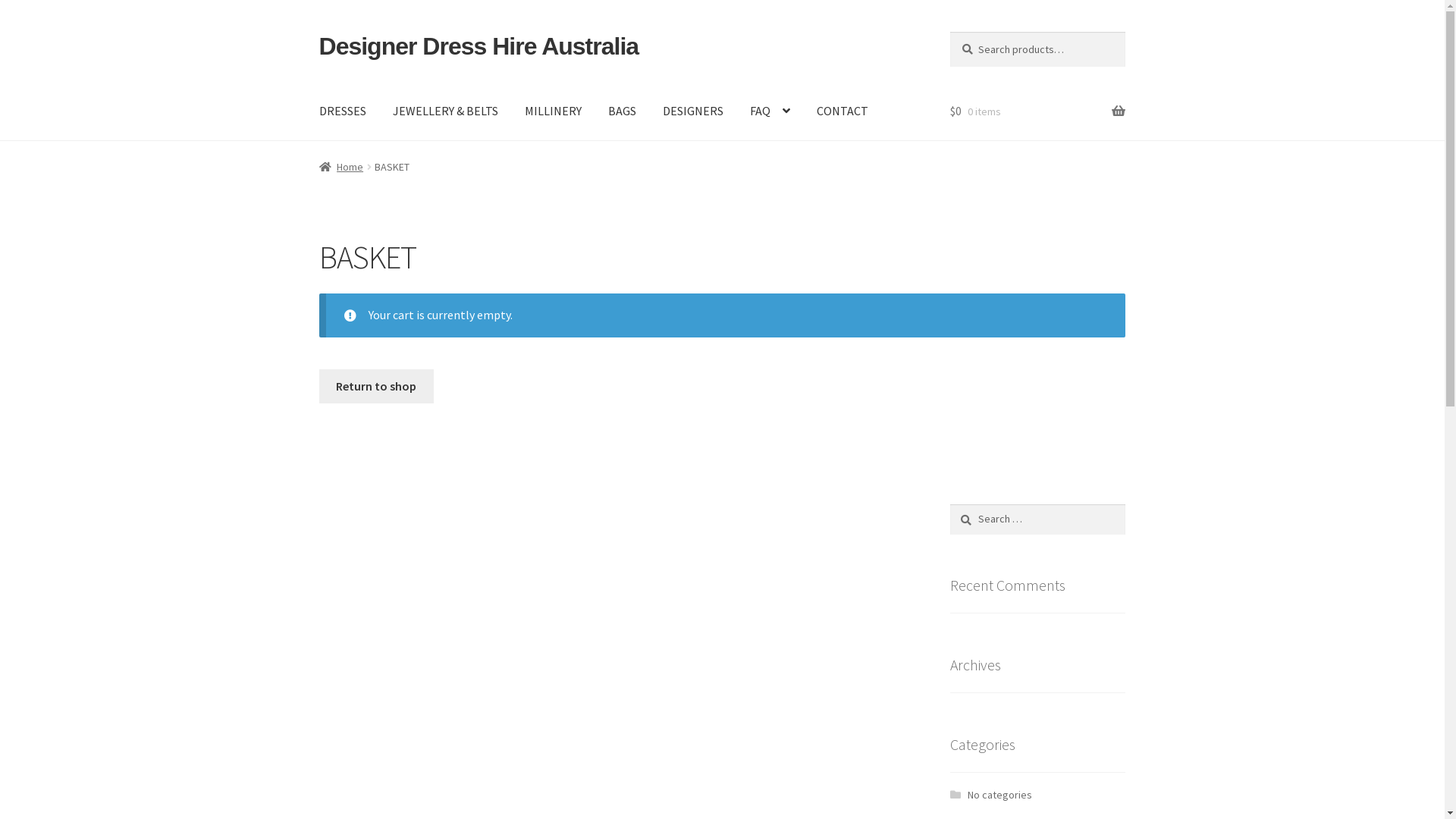 The image size is (1456, 819). I want to click on 'JEWELLERY & BELTS', so click(381, 110).